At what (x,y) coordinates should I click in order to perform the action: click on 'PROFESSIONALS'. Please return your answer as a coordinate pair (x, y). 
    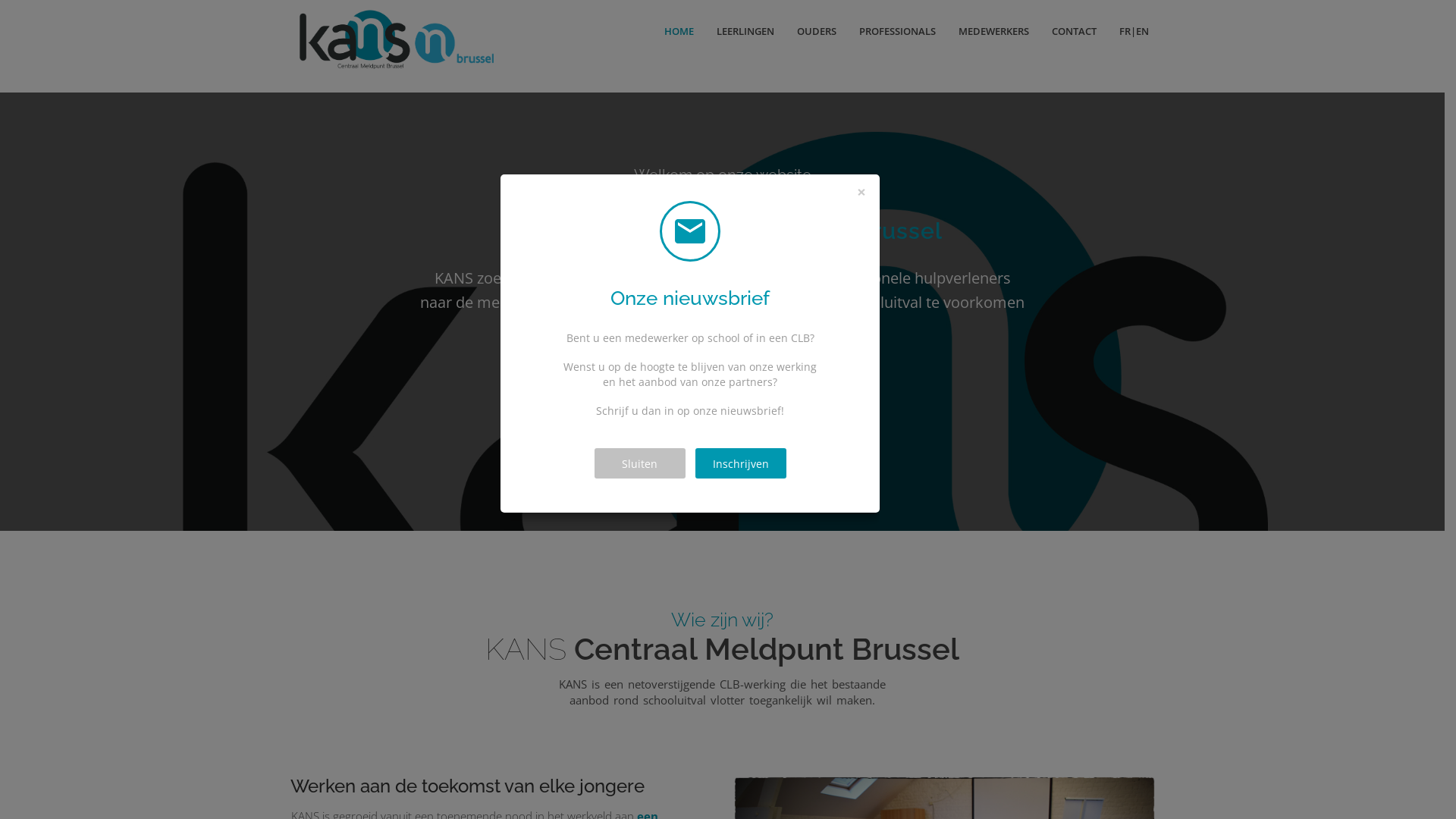
    Looking at the image, I should click on (897, 31).